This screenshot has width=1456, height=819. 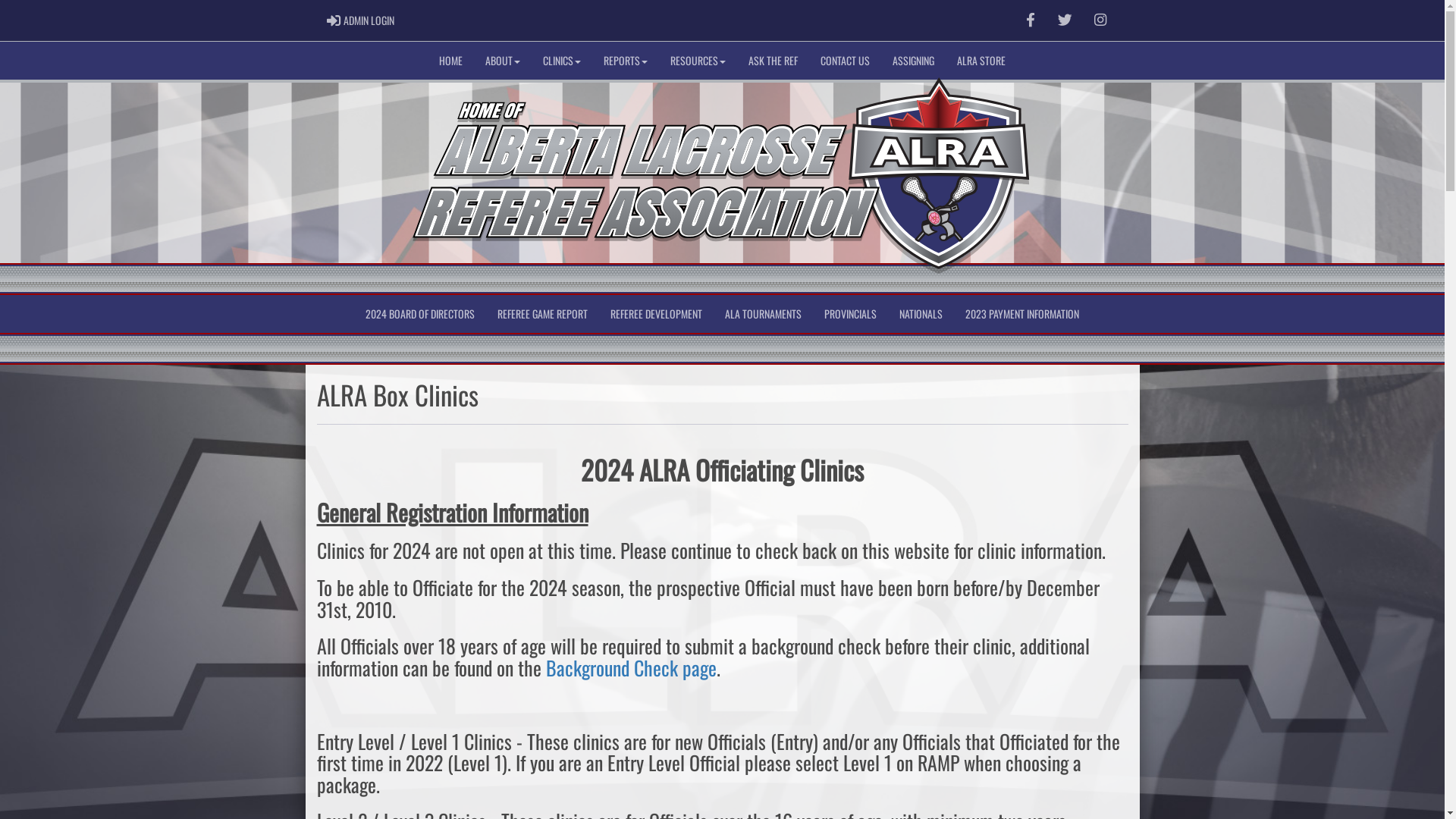 What do you see at coordinates (359, 20) in the screenshot?
I see `'LOGIN PAGE` at bounding box center [359, 20].